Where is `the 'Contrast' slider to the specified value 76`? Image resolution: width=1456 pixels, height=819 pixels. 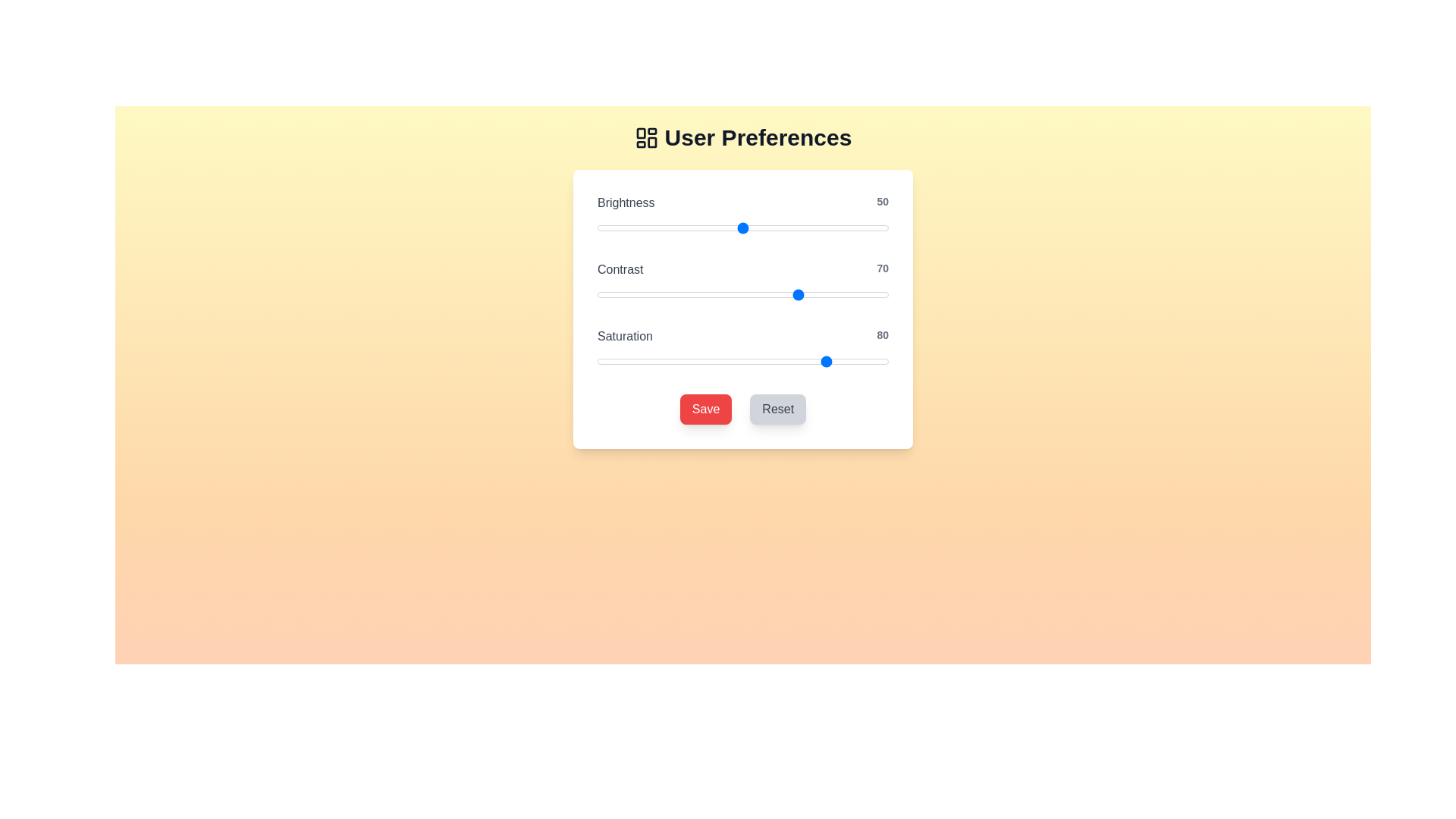 the 'Contrast' slider to the specified value 76 is located at coordinates (817, 295).